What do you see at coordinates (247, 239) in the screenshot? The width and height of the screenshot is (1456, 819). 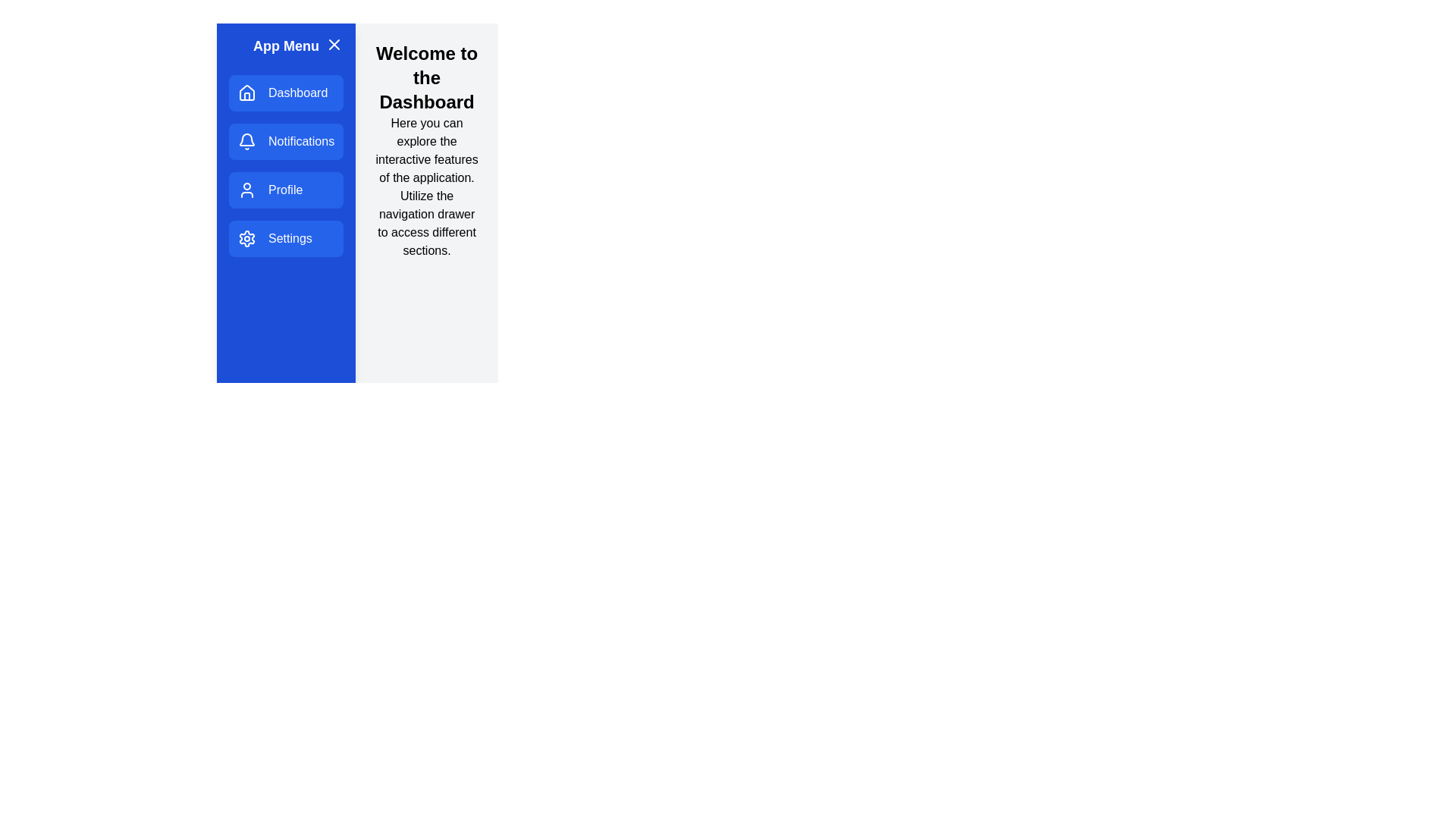 I see `the gear-shaped icon representing settings, which is located within the blue rectangular button labeled 'Settings' at the bottom of the vertical list of options` at bounding box center [247, 239].